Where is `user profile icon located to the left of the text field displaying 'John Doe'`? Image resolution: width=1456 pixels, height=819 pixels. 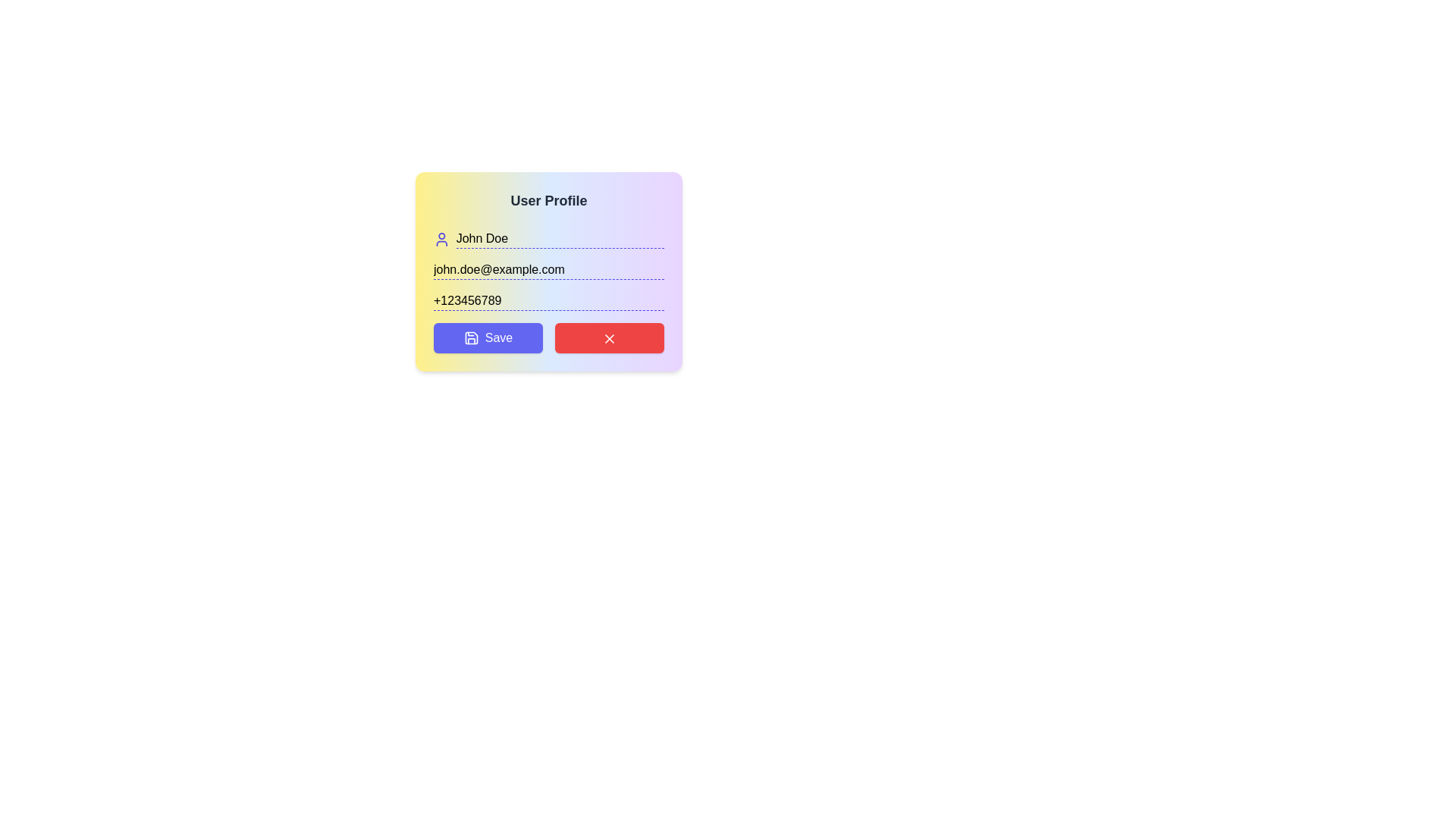
user profile icon located to the left of the text field displaying 'John Doe' is located at coordinates (441, 239).